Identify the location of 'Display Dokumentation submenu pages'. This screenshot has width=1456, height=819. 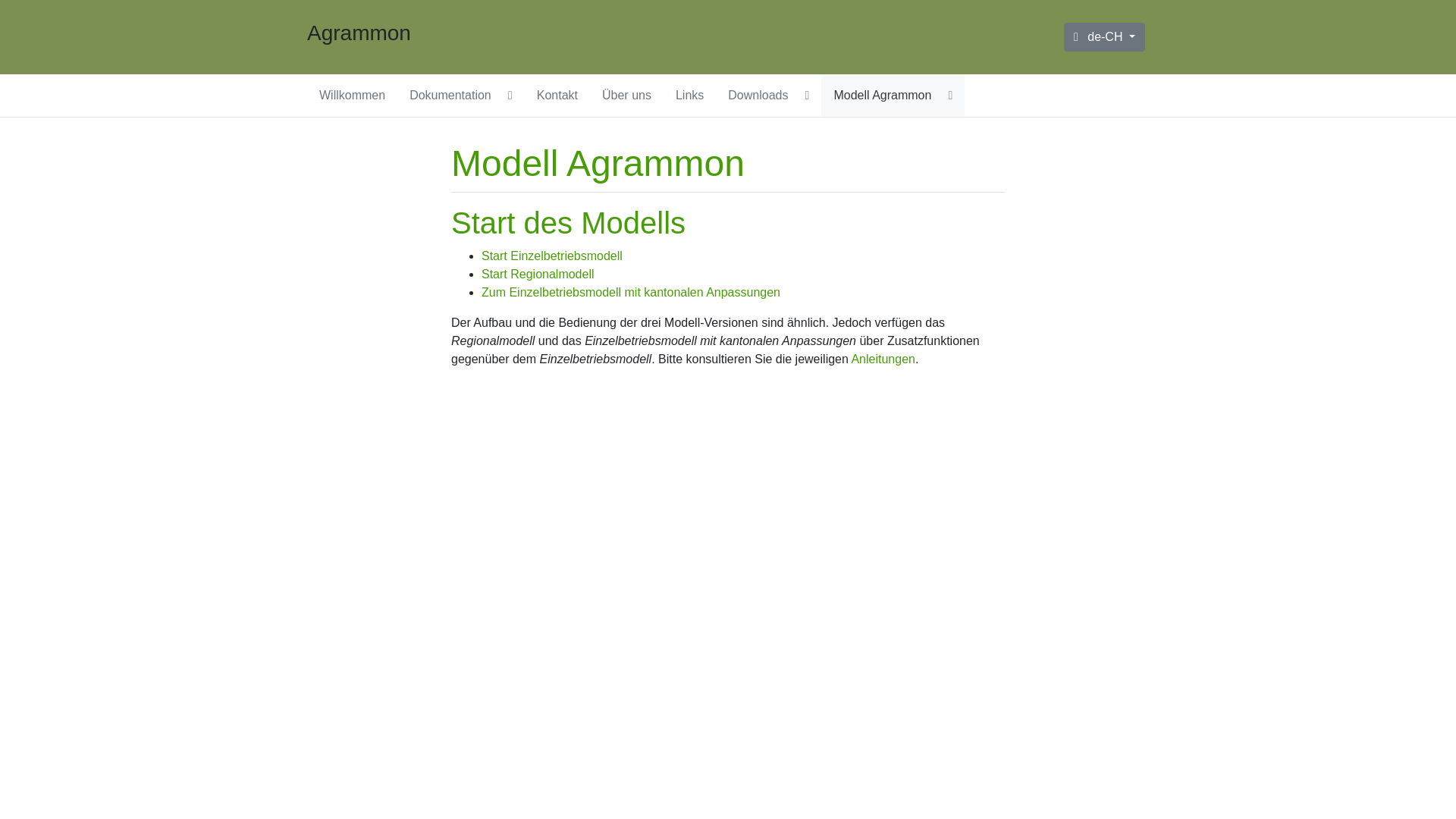
(510, 96).